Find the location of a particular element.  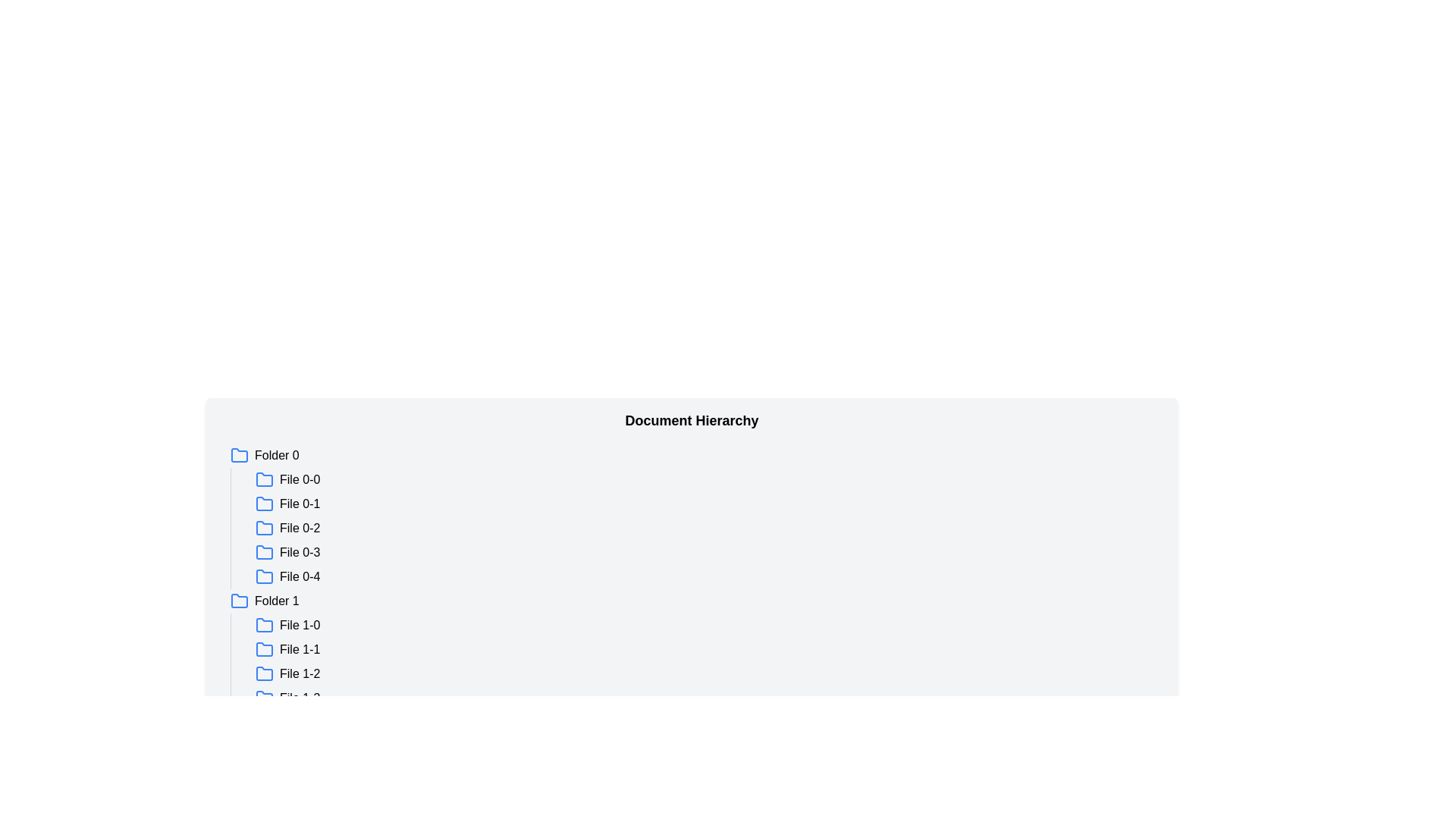

the static text label displaying 'File 1-3', which is positioned next to a folder icon within the list under 'Folder 1' is located at coordinates (300, 698).